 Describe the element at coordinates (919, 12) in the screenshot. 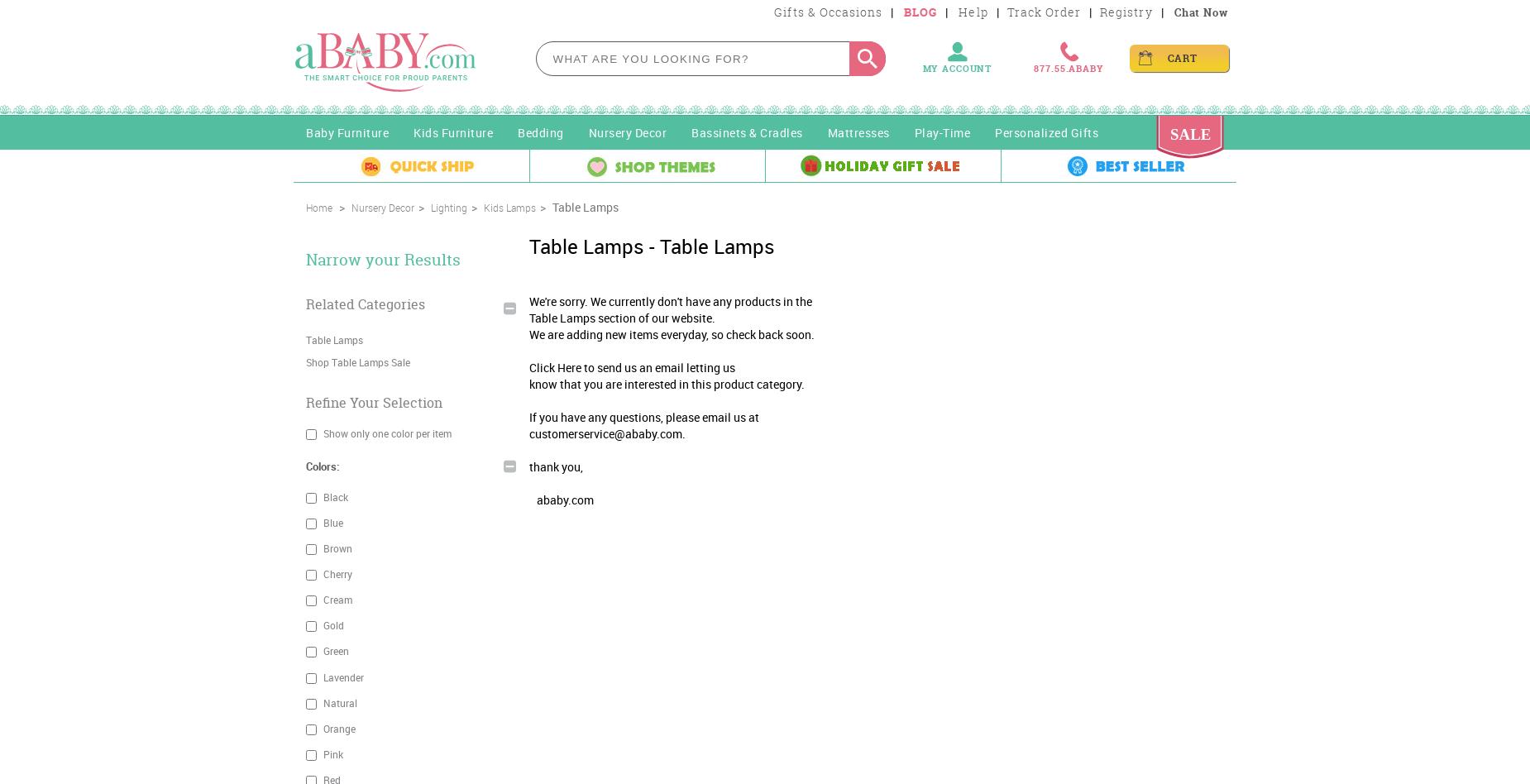

I see `'BLOG'` at that location.